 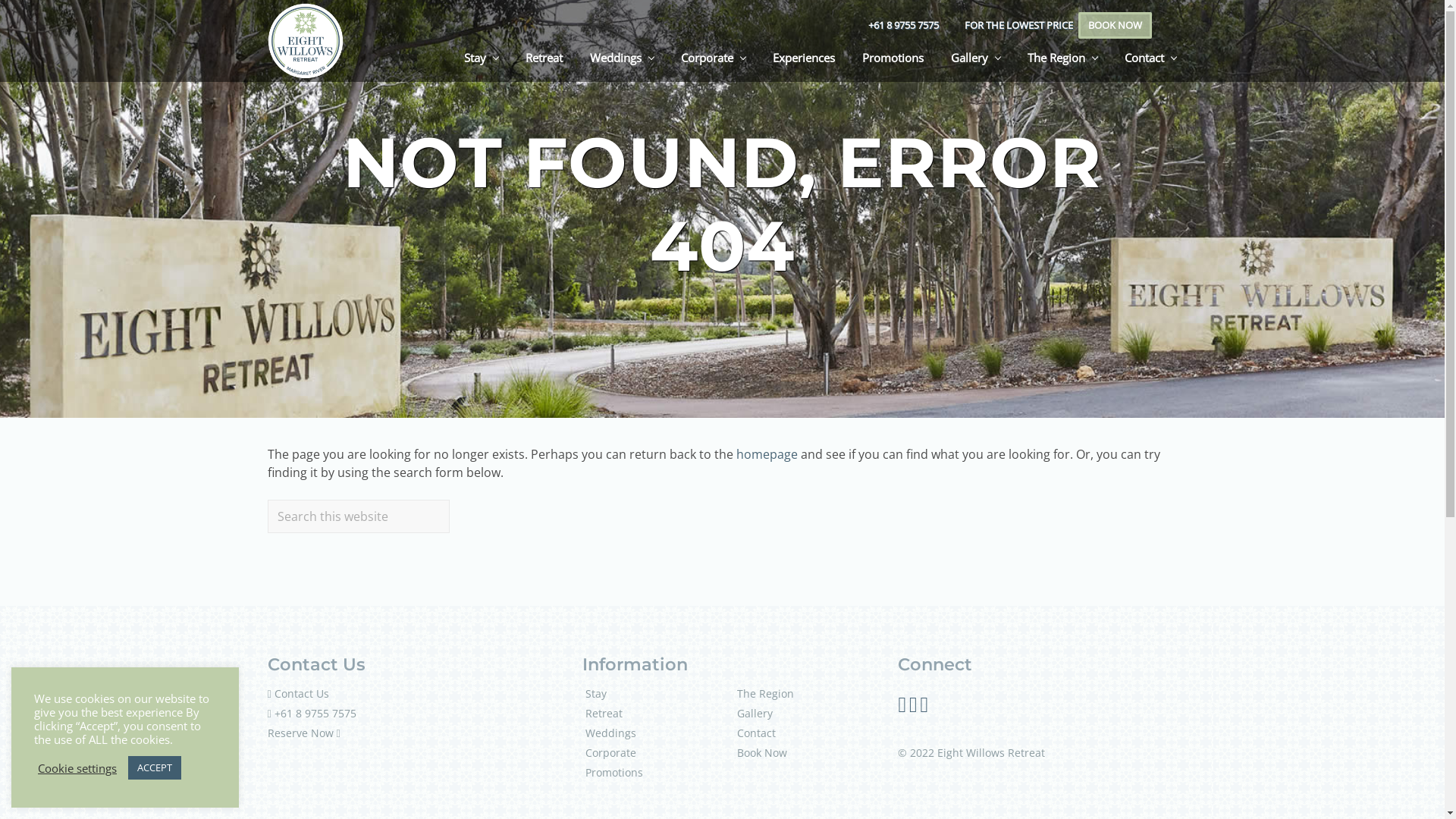 What do you see at coordinates (302, 693) in the screenshot?
I see `'Contact Us'` at bounding box center [302, 693].